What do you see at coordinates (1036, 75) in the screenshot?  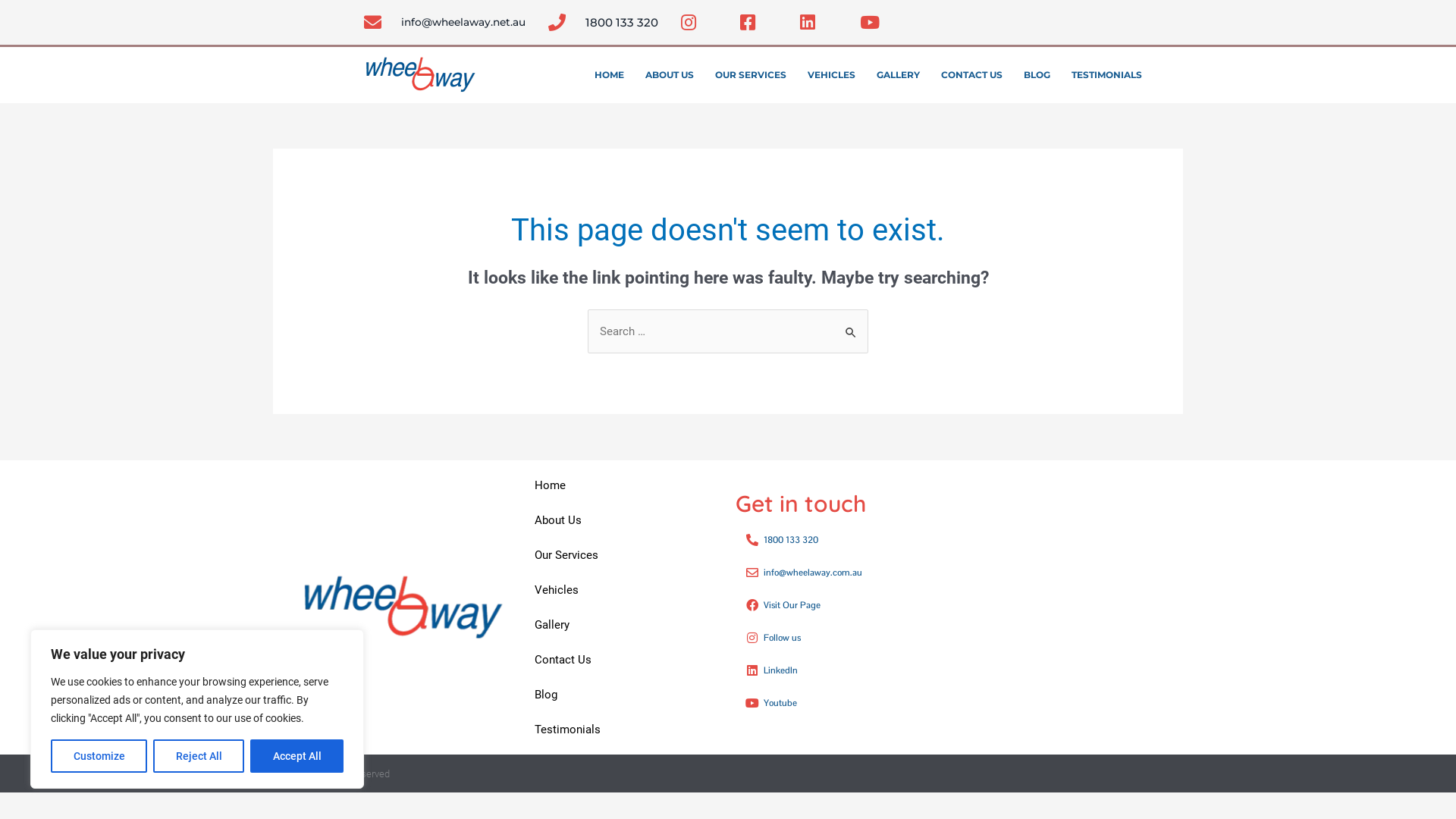 I see `'BLOG'` at bounding box center [1036, 75].